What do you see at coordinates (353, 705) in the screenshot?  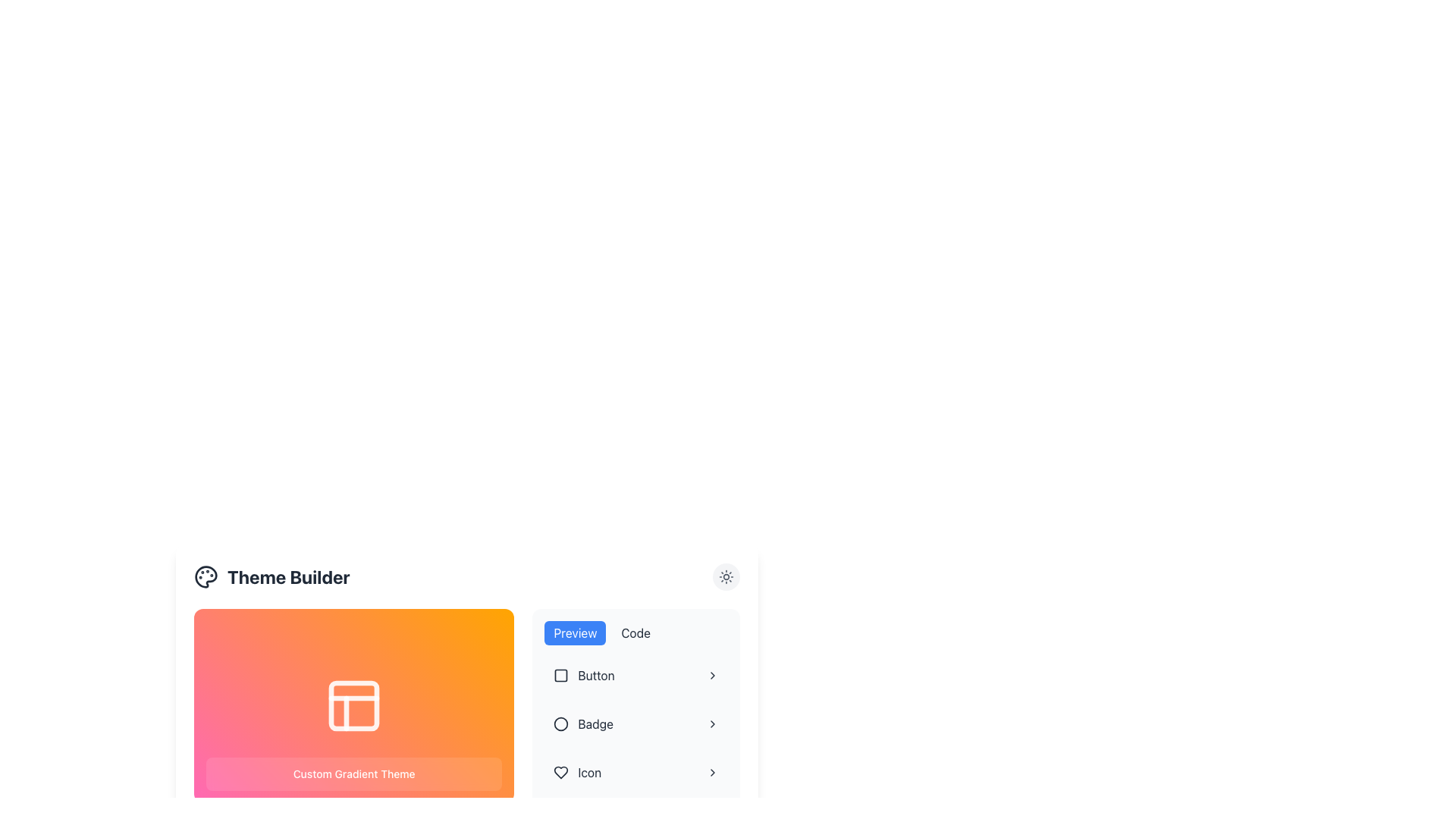 I see `the layout grid section icon, which features a white outline of a square with internal dividing lines on a pink to orange gradient background` at bounding box center [353, 705].